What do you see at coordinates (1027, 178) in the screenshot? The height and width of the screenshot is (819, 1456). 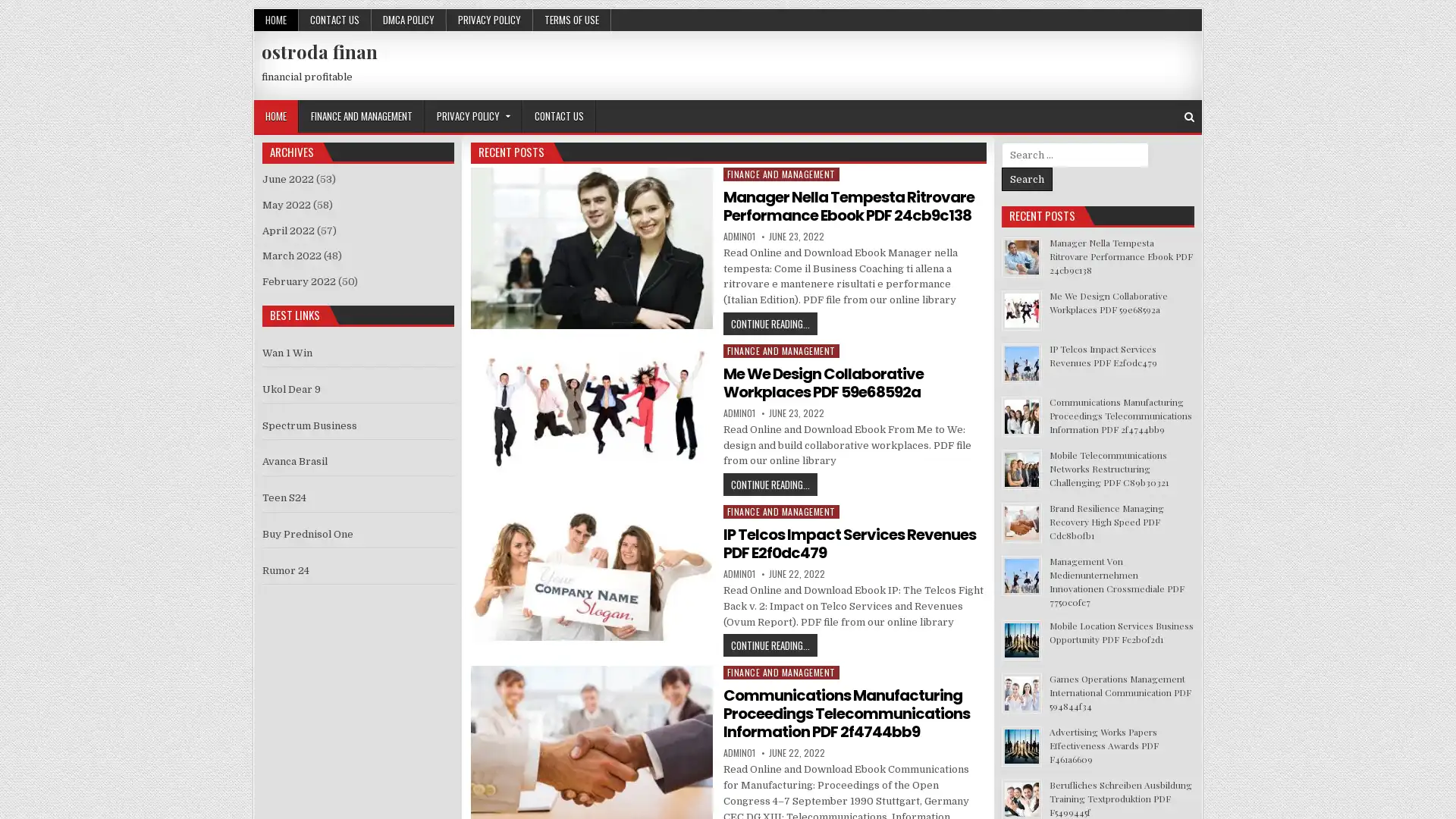 I see `Search` at bounding box center [1027, 178].